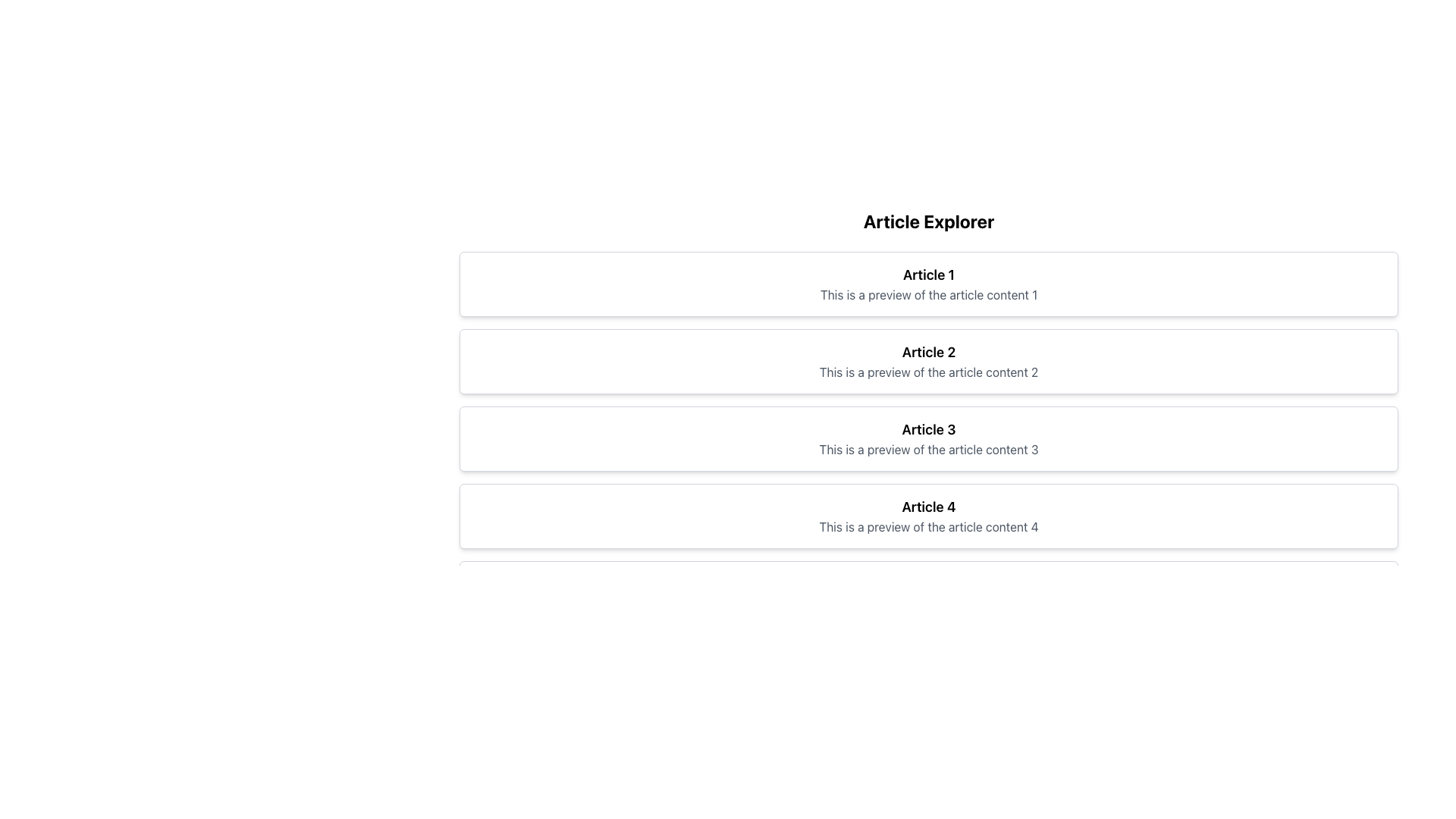 This screenshot has height=819, width=1456. I want to click on the static text displaying 'This is a preview of the article content 1', located beneath the bolded title 'Article 1' in the top-left area of the main content section, so click(927, 295).